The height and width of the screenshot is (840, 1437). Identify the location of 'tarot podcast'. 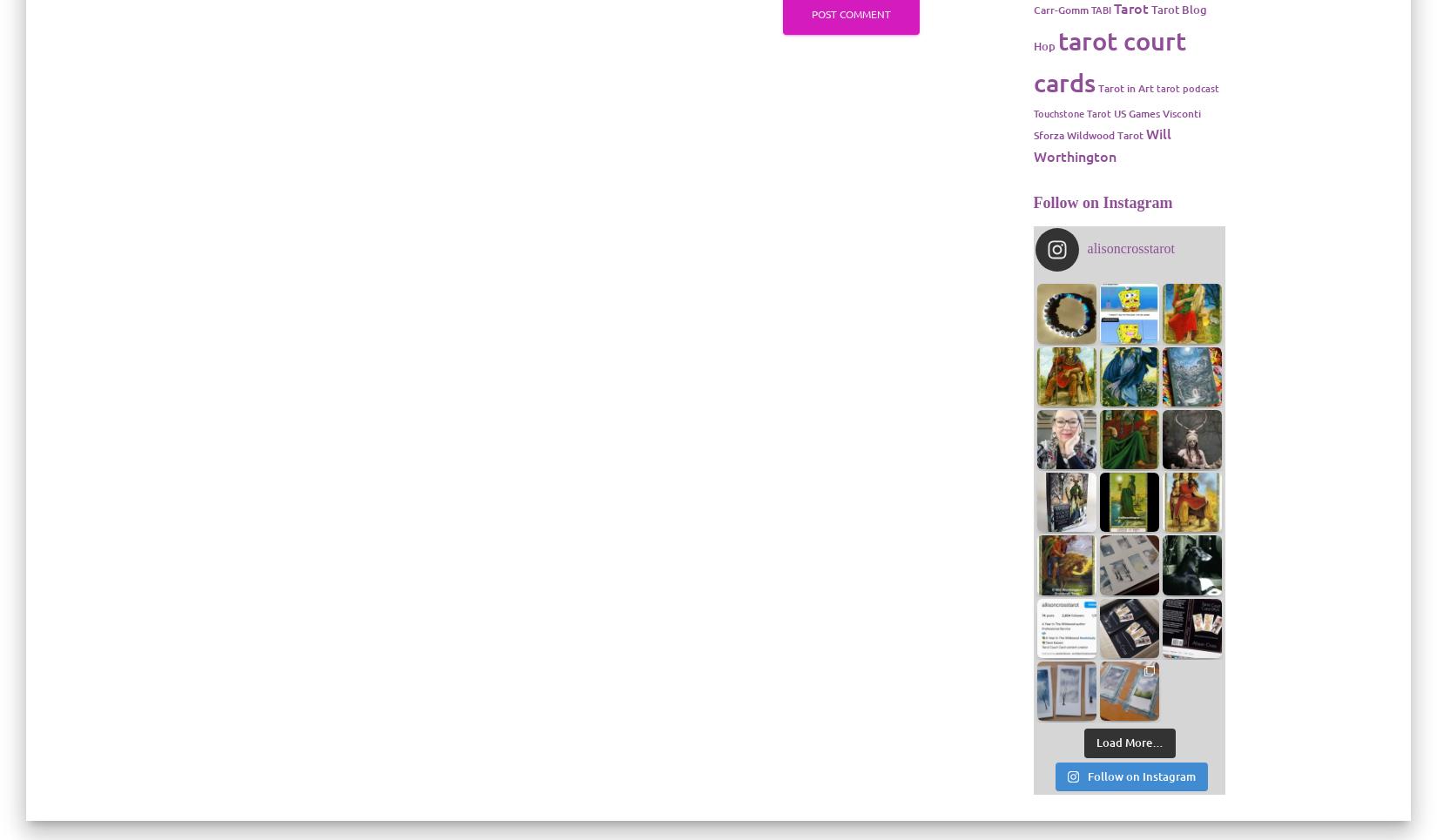
(1186, 86).